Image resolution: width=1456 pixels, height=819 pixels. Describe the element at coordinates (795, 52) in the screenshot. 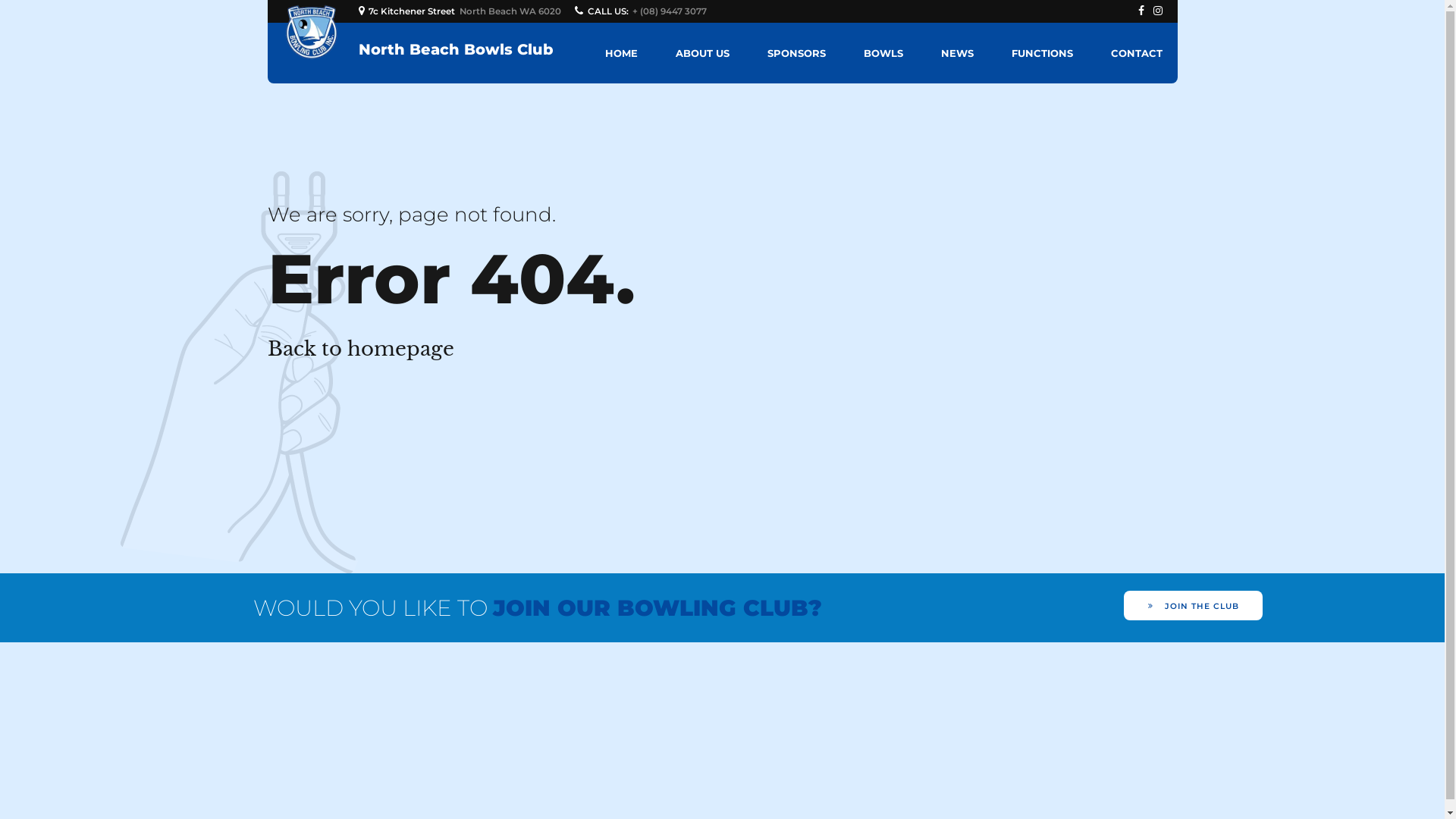

I see `'SPONSORS'` at that location.